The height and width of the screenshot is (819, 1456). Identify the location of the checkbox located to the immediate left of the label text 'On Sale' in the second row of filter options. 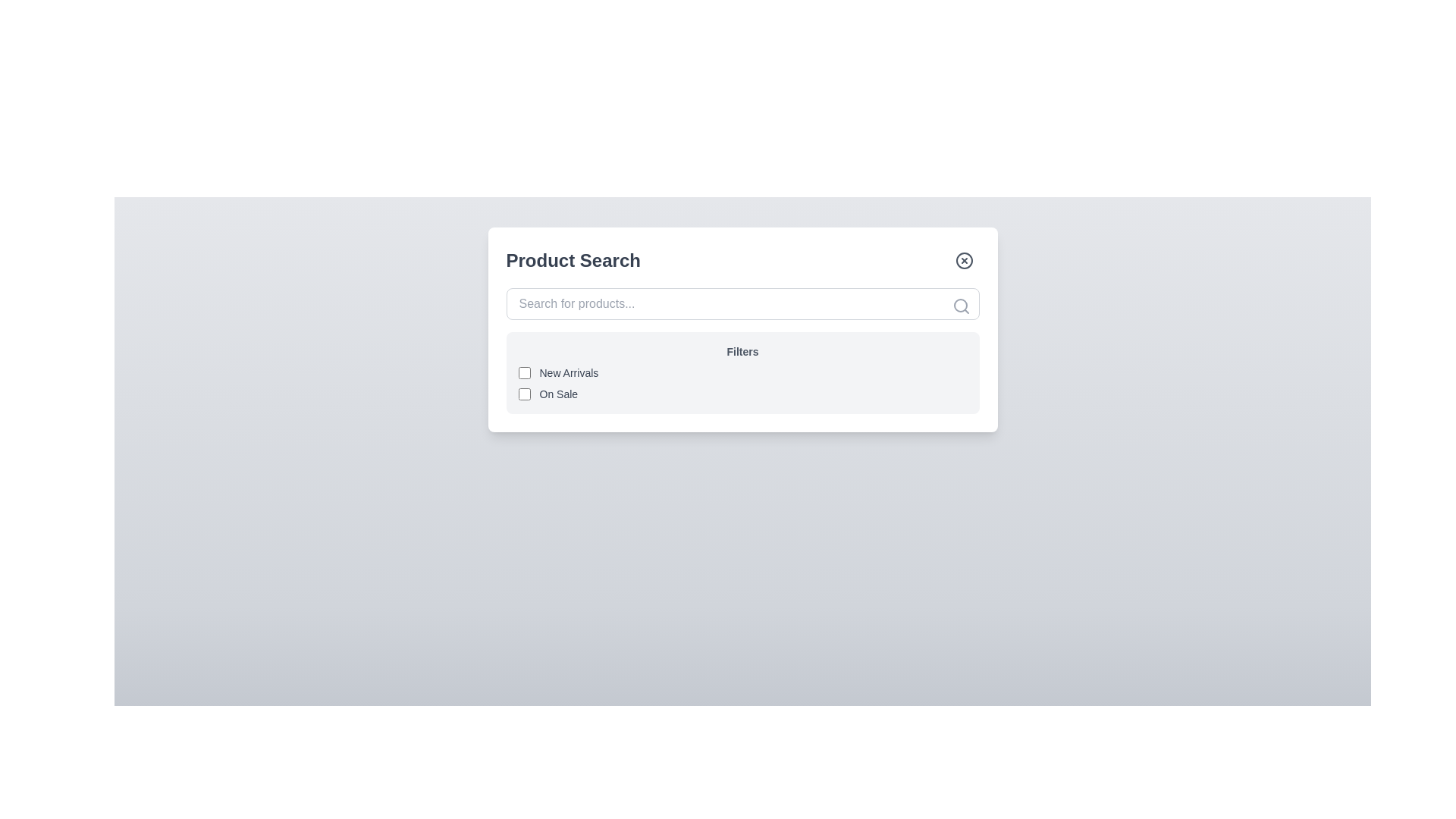
(524, 394).